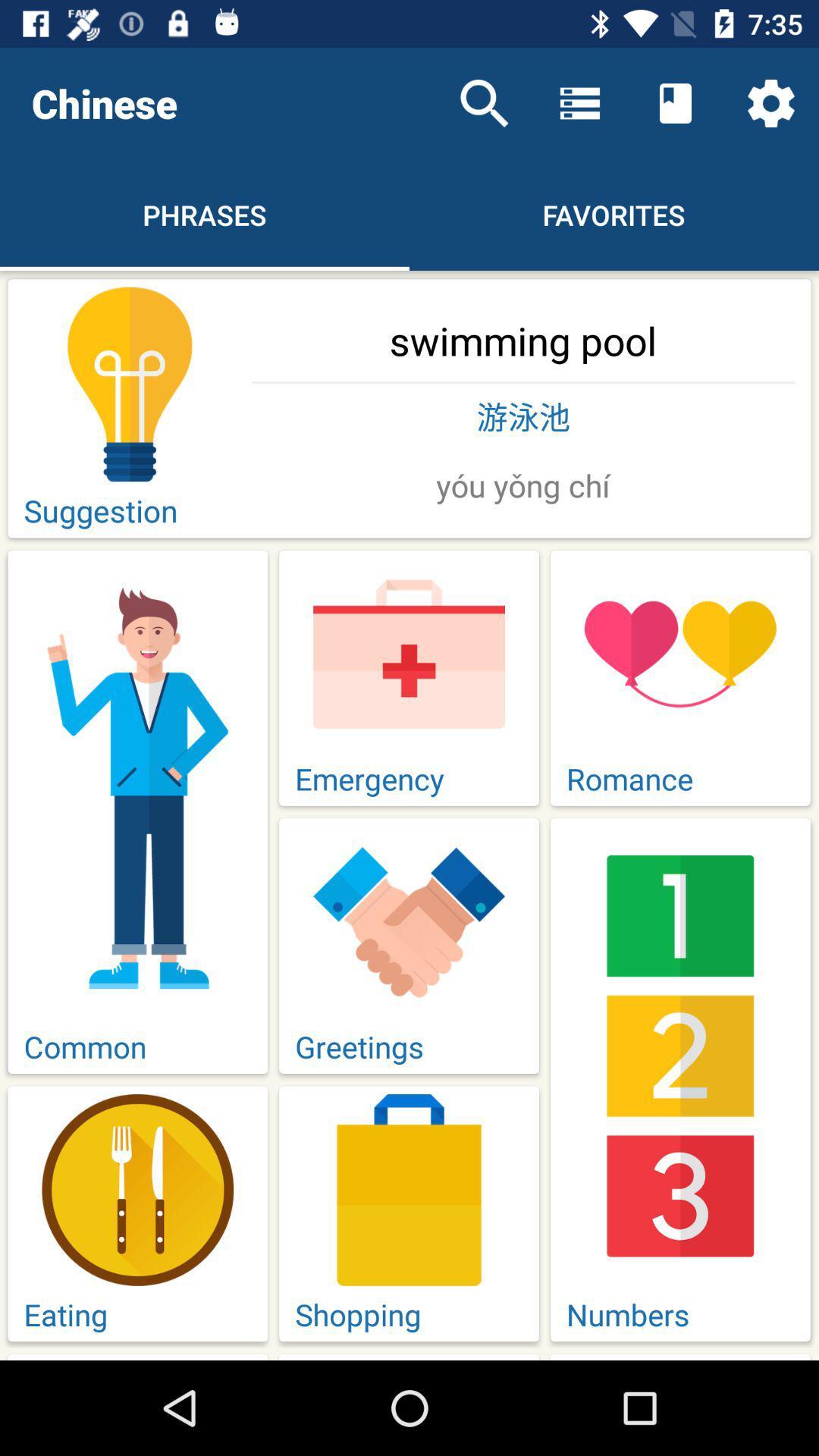 The height and width of the screenshot is (1456, 819). I want to click on the icon above the swimming pool icon, so click(771, 102).